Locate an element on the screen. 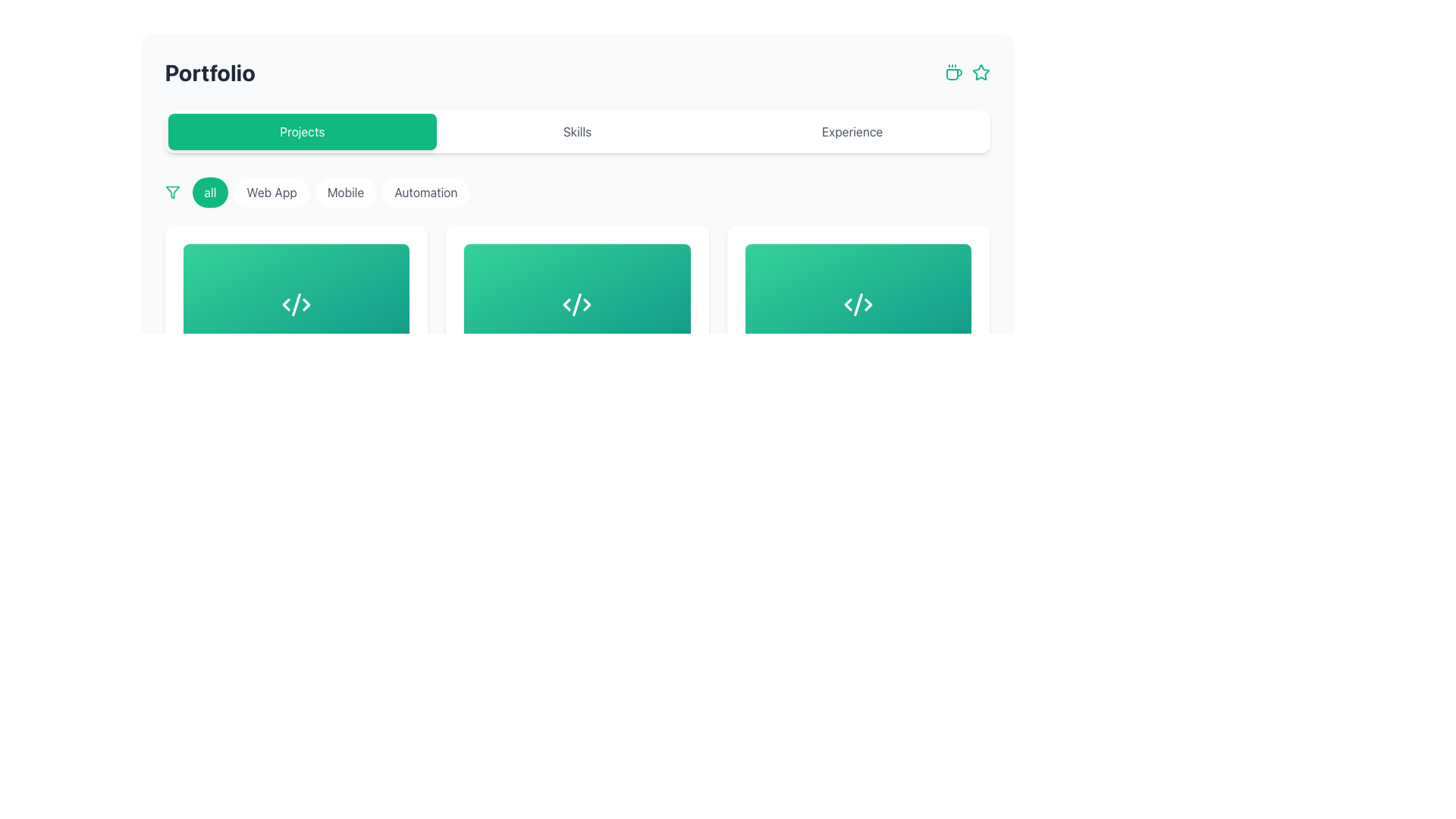  the 'Automation' filter button, which is the fourth button among four similar buttons ('all', 'Web App', 'Mobile', and 'Automation') located in the top-center section of the interface is located at coordinates (425, 192).